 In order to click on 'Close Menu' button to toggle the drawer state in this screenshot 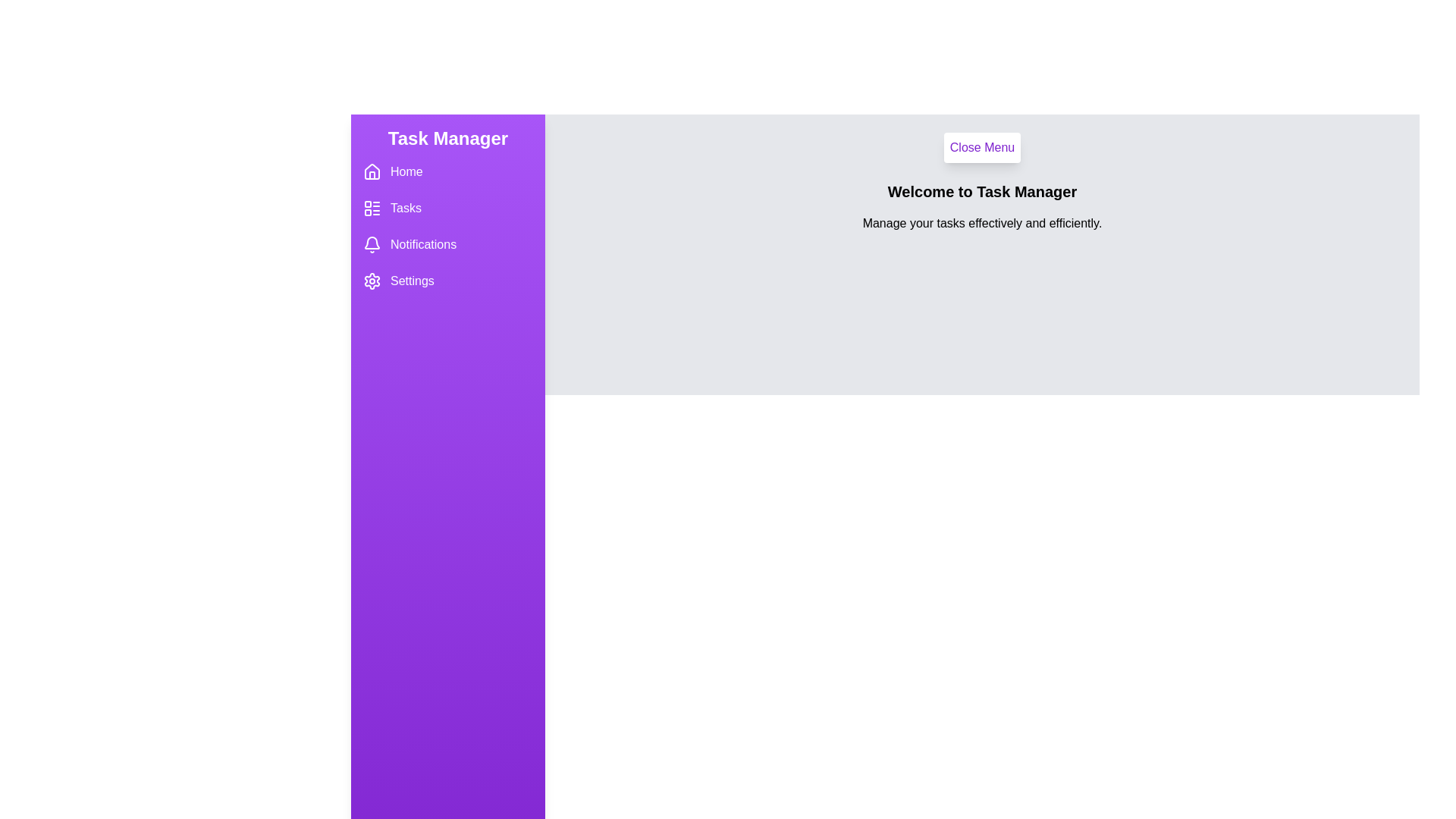, I will do `click(982, 148)`.